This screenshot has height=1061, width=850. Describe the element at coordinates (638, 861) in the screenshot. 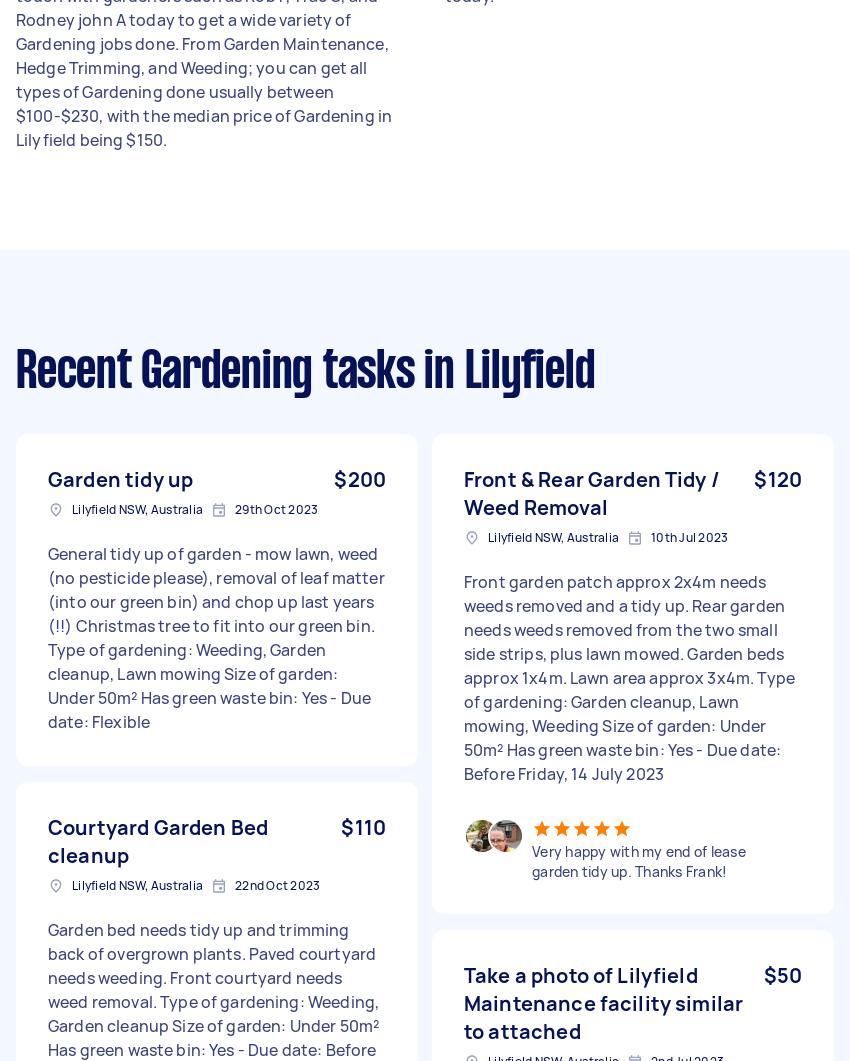

I see `'Very happy with my end of lease garden tidy up. Thanks Frank!'` at that location.